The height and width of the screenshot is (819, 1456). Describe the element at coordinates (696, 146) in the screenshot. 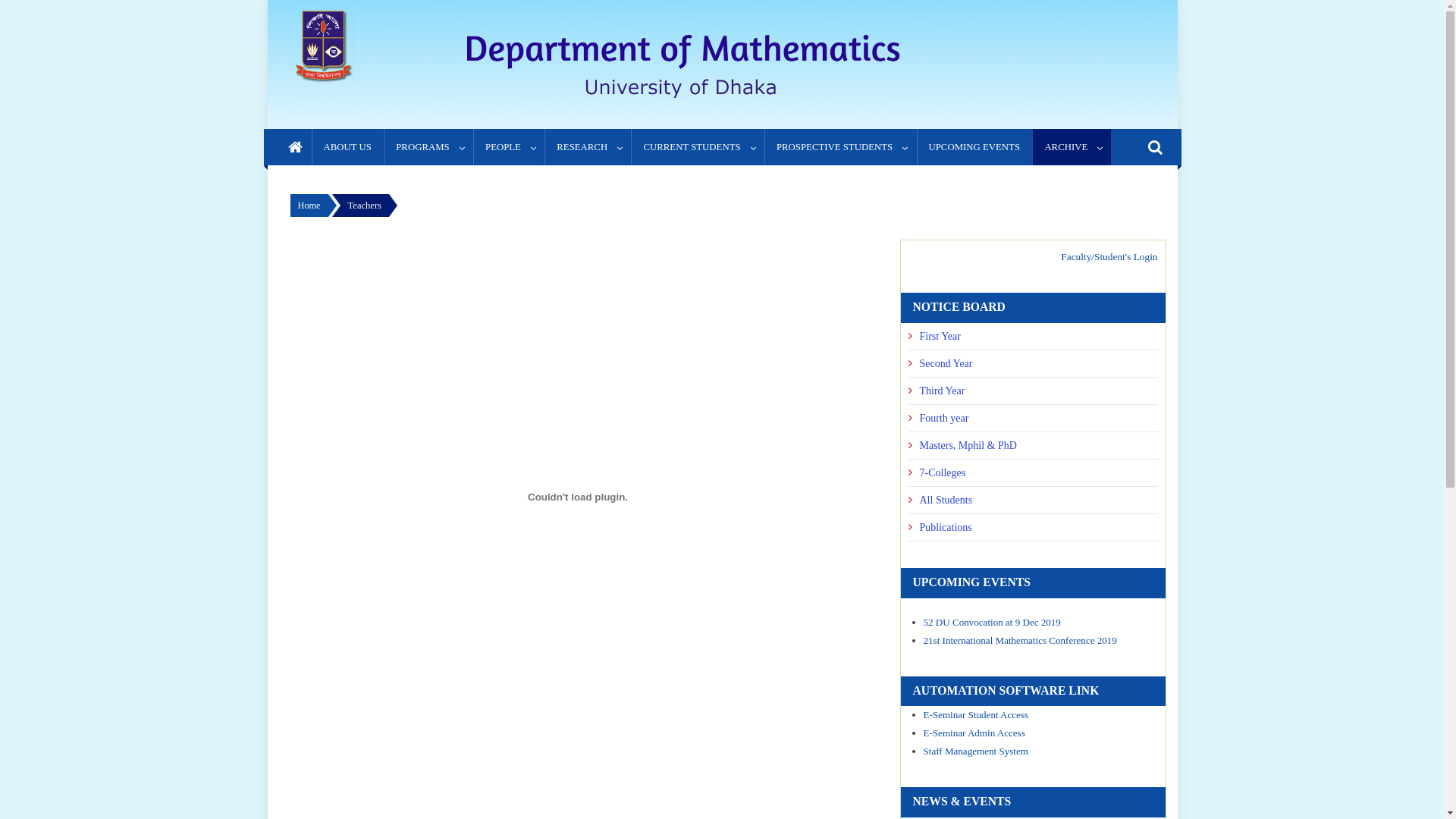

I see `'CURRENT STUDENTS'` at that location.